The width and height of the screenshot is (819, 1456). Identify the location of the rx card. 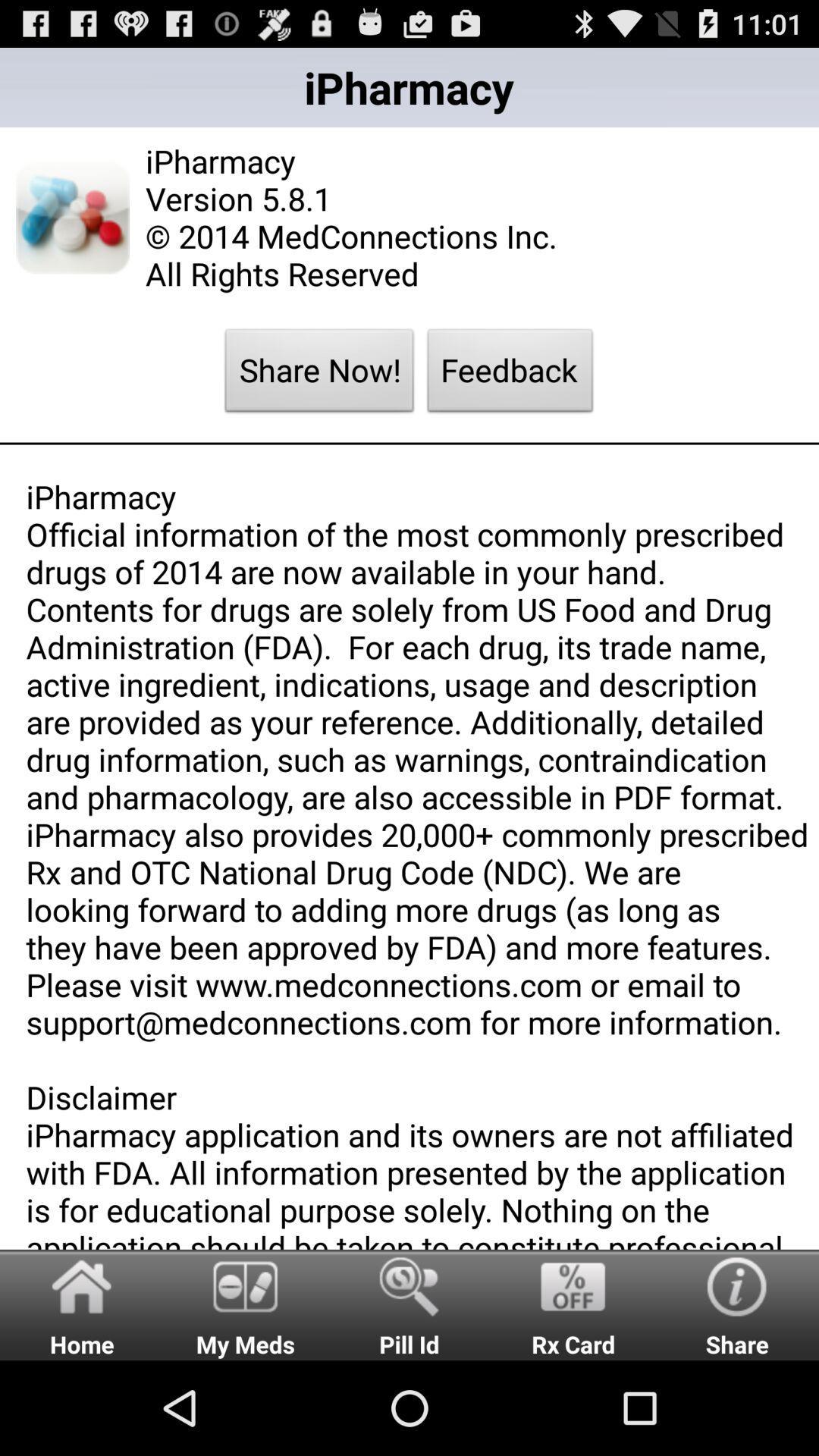
(573, 1304).